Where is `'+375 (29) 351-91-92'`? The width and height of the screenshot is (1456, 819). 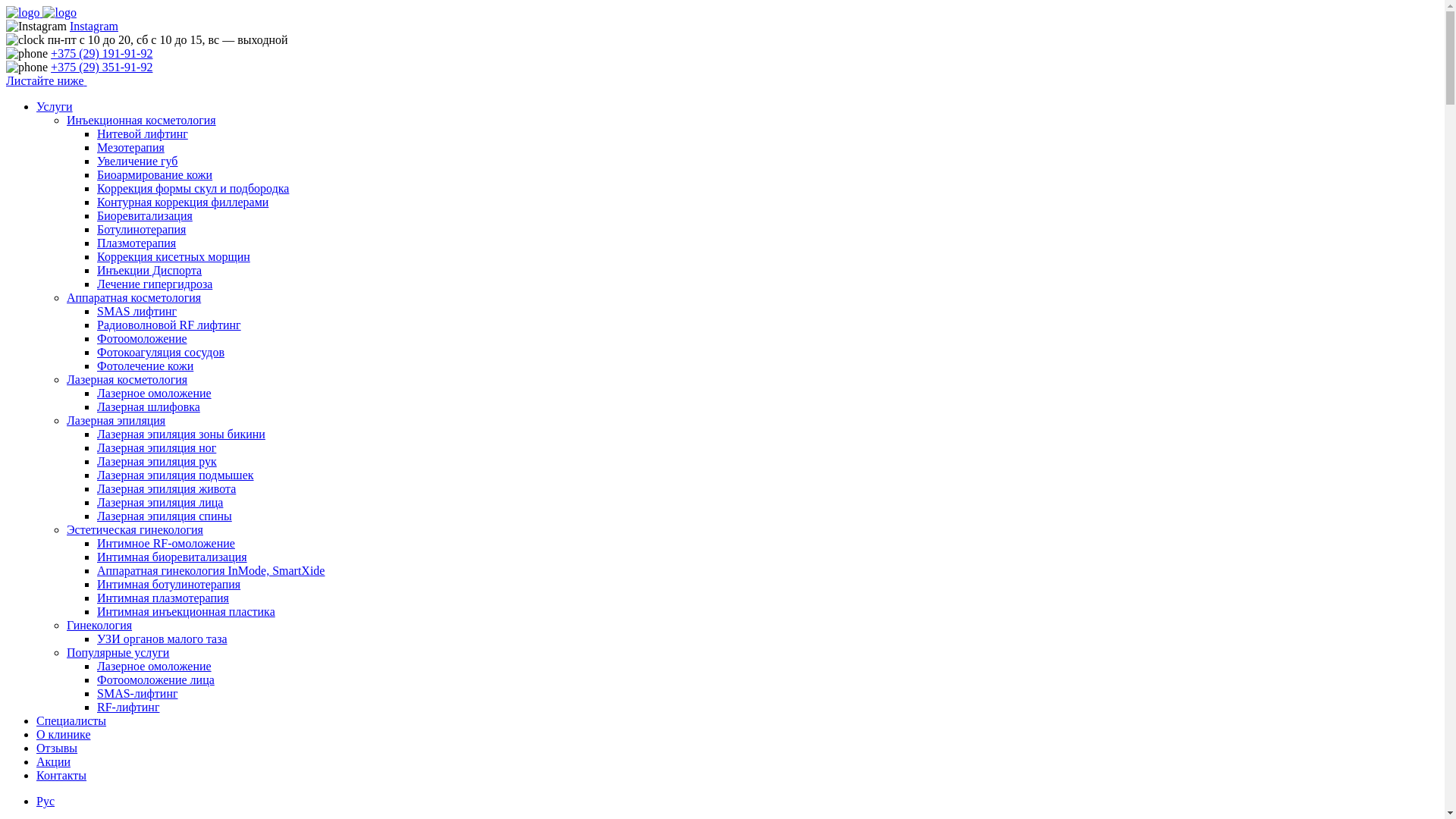
'+375 (29) 351-91-92' is located at coordinates (51, 66).